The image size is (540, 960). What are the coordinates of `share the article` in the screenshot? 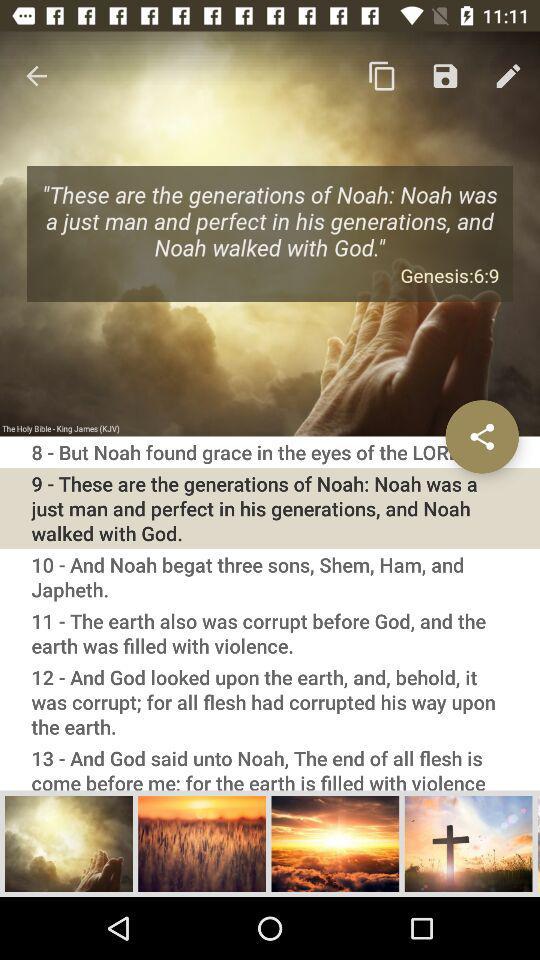 It's located at (481, 436).